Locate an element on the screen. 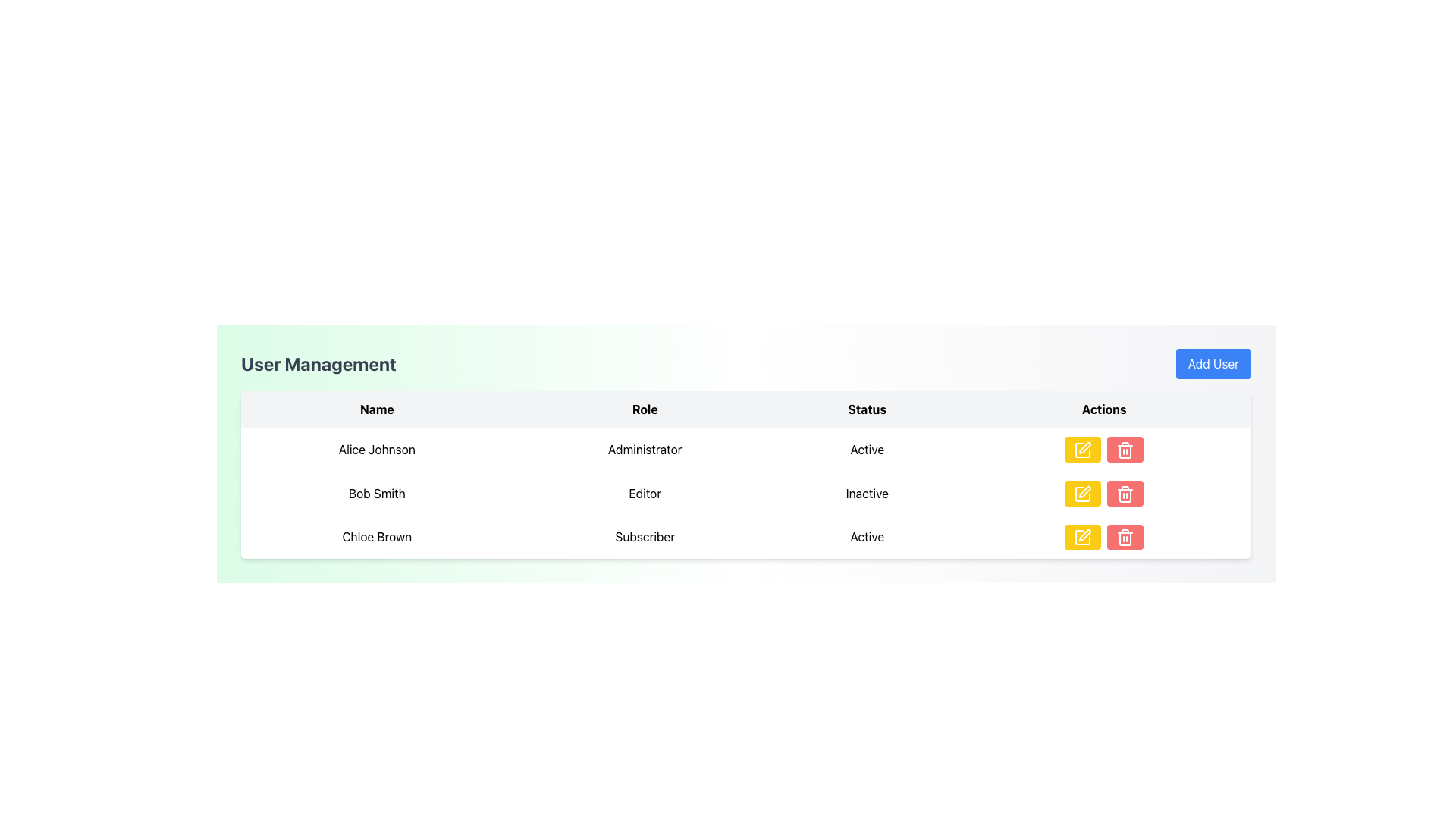 Image resolution: width=1456 pixels, height=819 pixels. the yellow edit button icon with a pen symbol located in the Actions column for Chloe Brown is located at coordinates (1082, 537).